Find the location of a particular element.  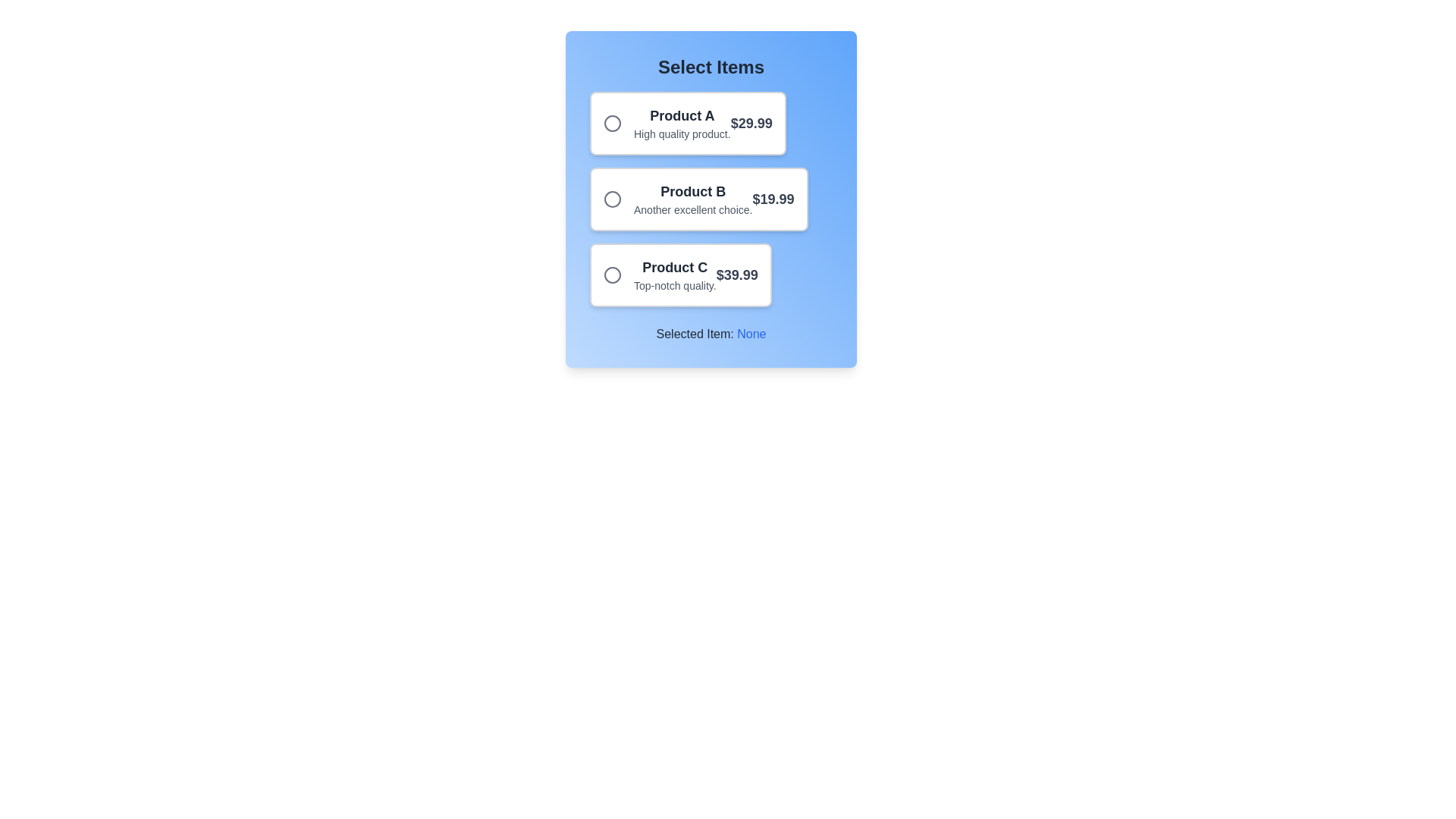

the static text label providing a description of 'Product C' located below the 'Product C' text in the third row of options is located at coordinates (674, 286).